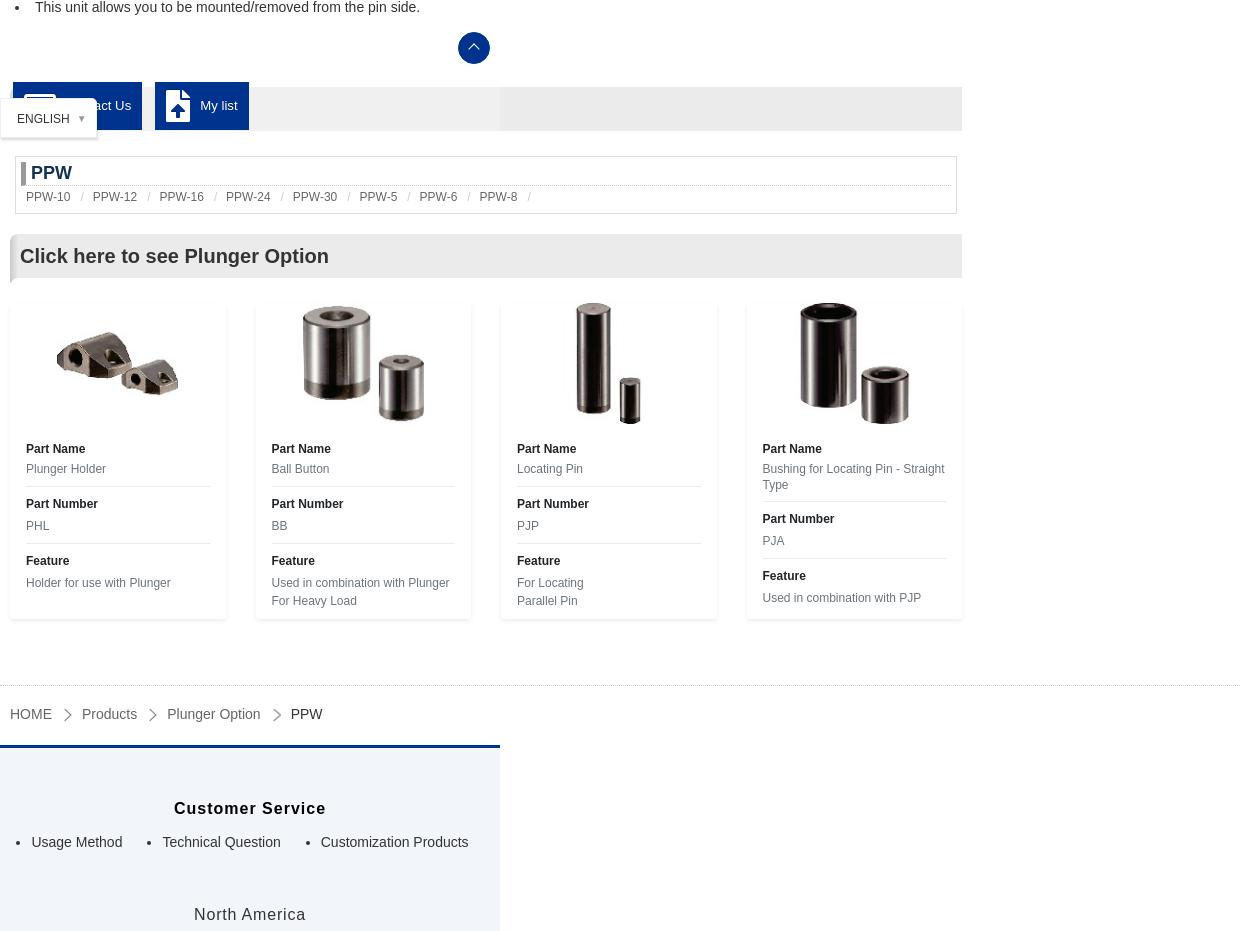 This screenshot has width=1260, height=931. Describe the element at coordinates (549, 469) in the screenshot. I see `'Locating Pin'` at that location.